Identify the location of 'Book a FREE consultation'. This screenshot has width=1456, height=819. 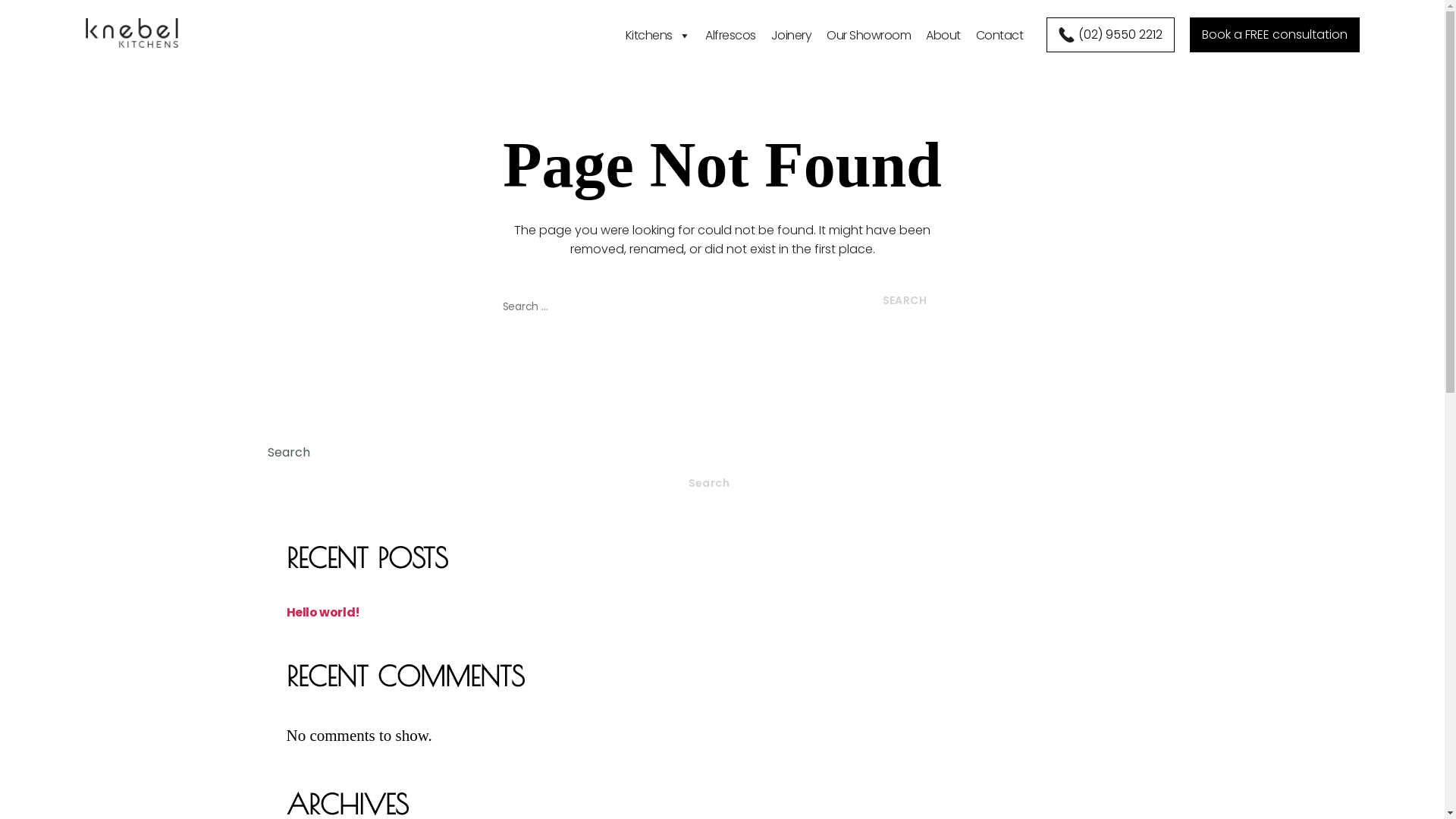
(1274, 34).